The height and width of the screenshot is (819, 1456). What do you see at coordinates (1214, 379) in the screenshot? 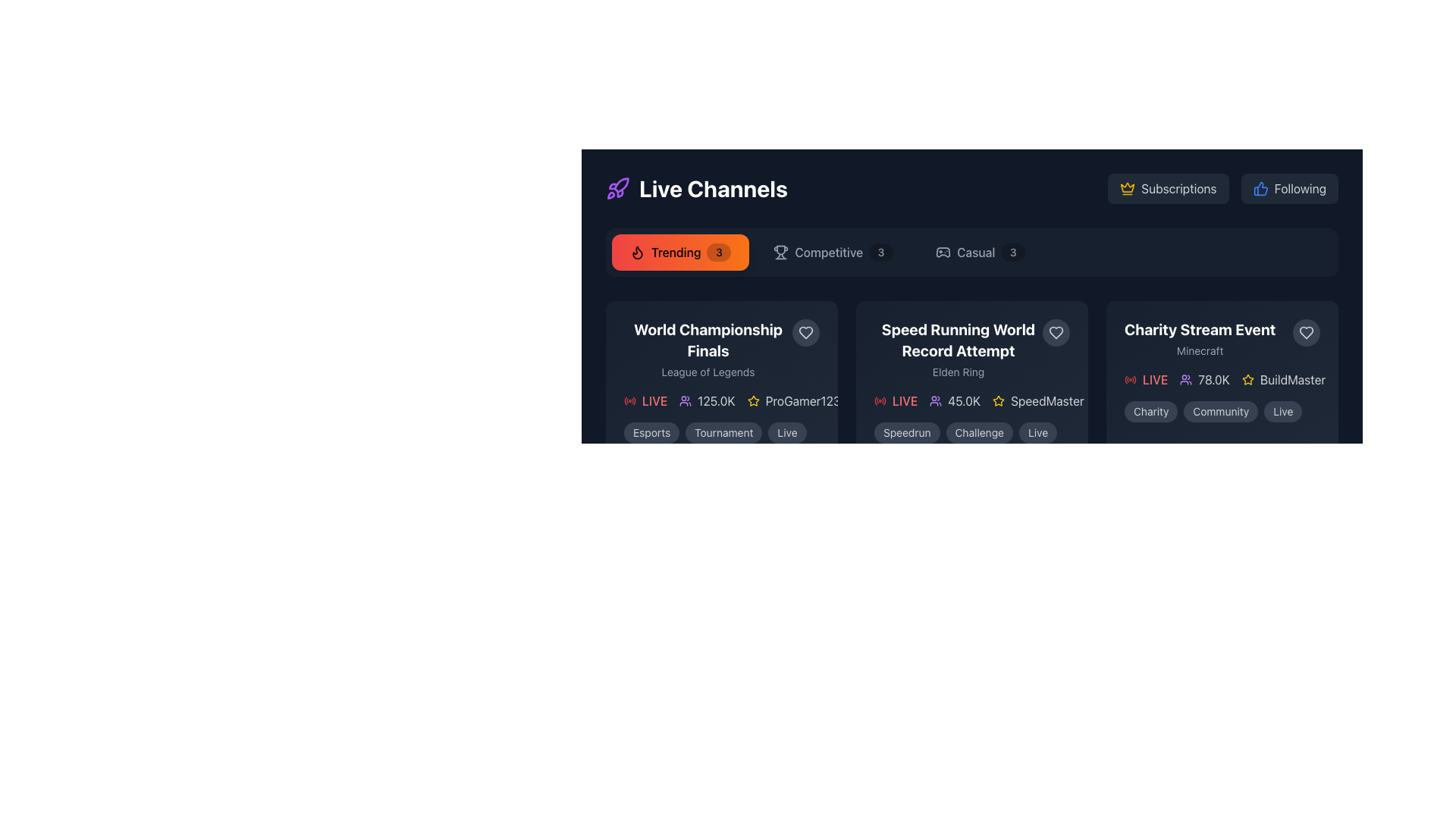
I see `the Text label displaying '78.0K' in gray font color, located centrally in the bottom line of the 'Charity Stream Event' card` at bounding box center [1214, 379].